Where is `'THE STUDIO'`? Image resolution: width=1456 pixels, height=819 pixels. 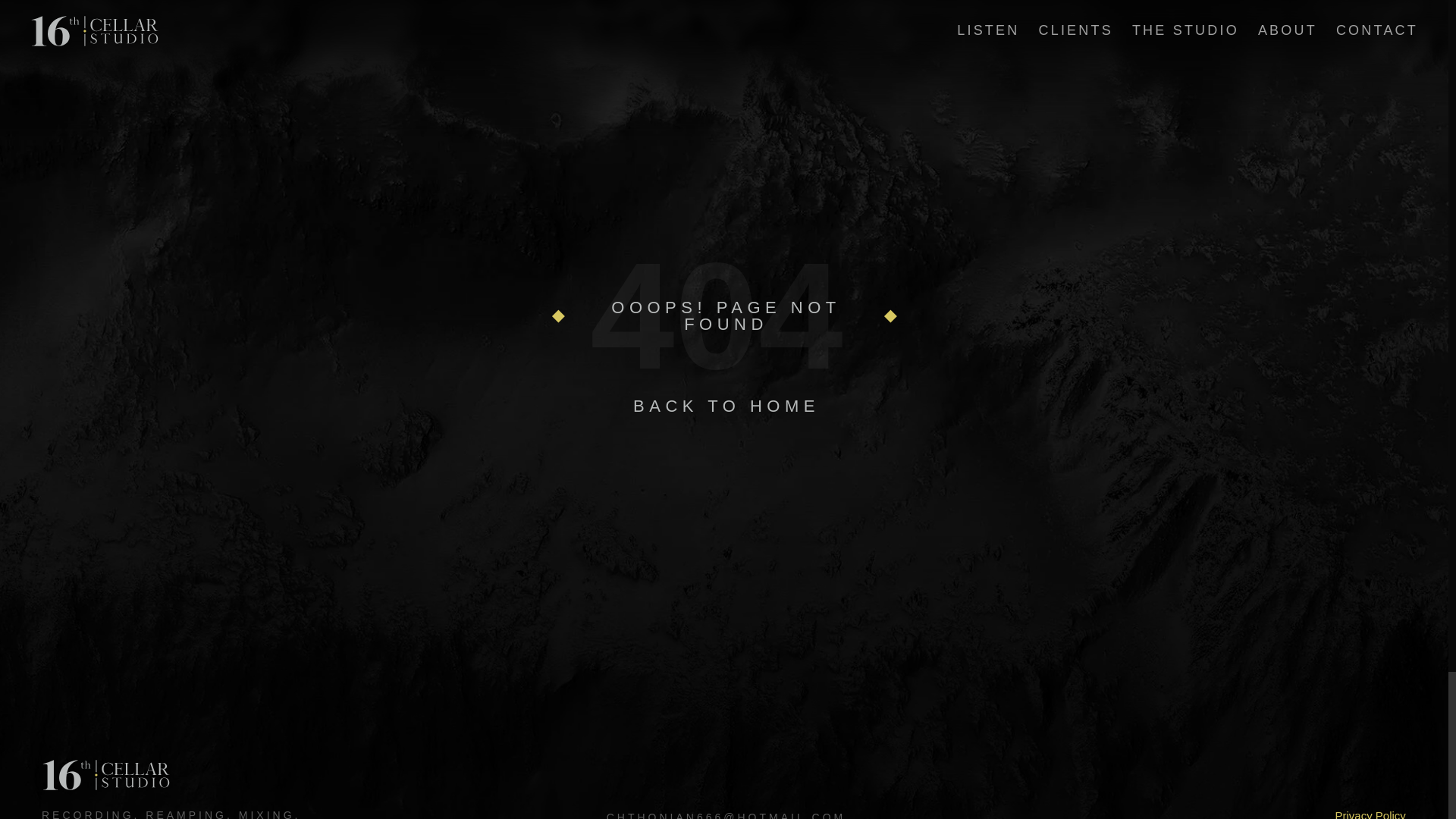
'THE STUDIO' is located at coordinates (1185, 30).